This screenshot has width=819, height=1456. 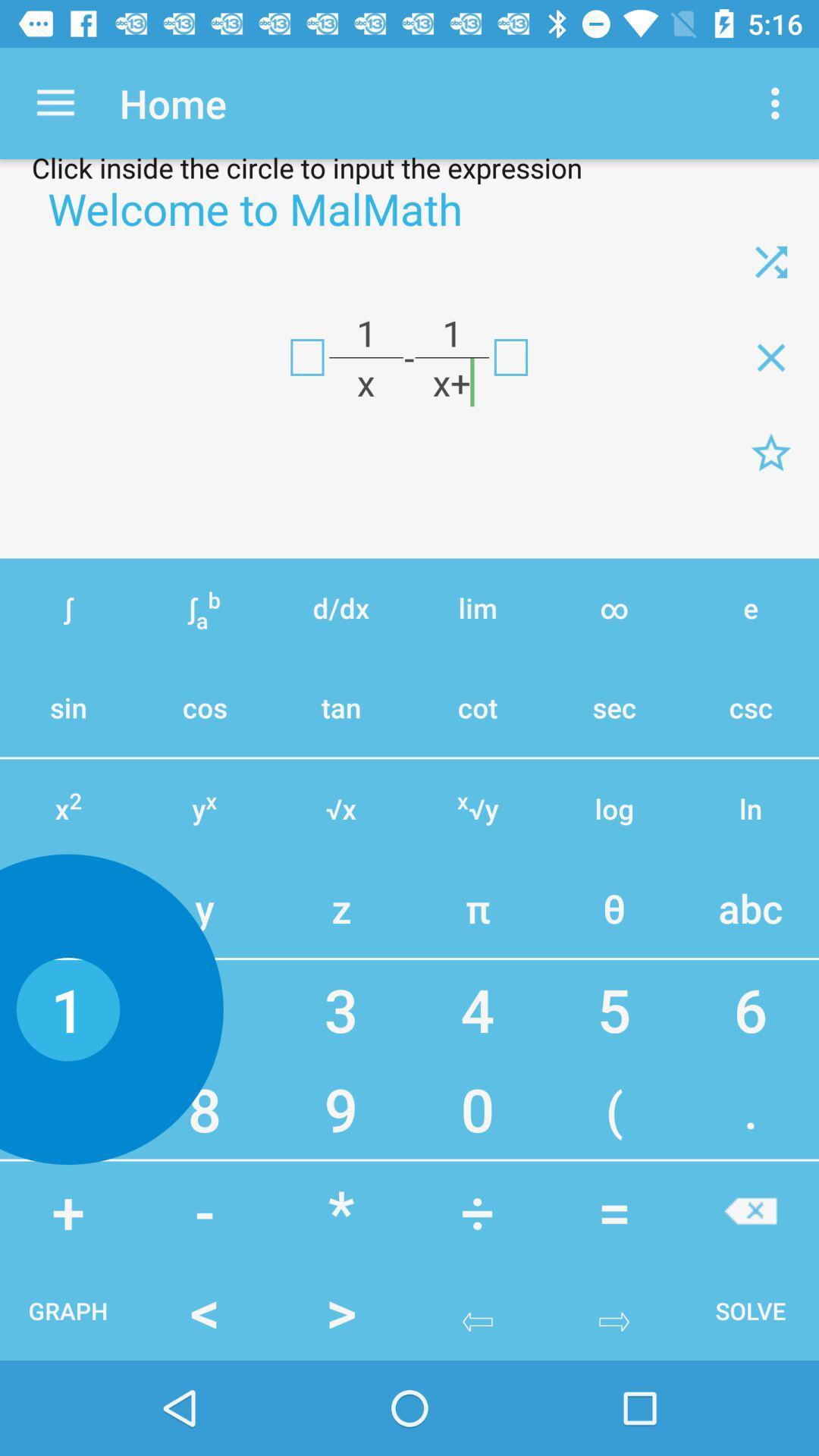 What do you see at coordinates (751, 1210) in the screenshot?
I see `button` at bounding box center [751, 1210].